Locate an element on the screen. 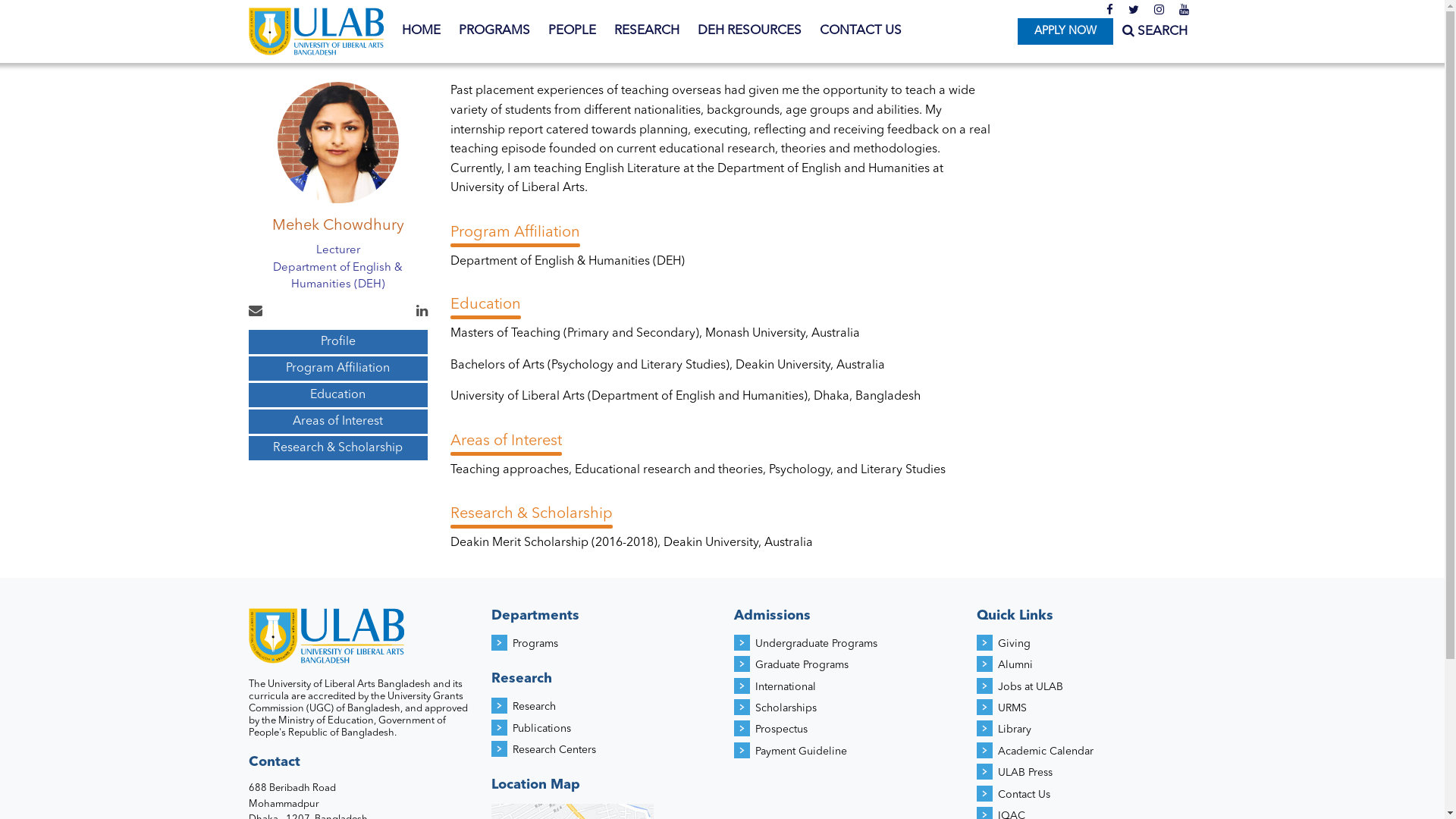  'Library' is located at coordinates (1015, 728).